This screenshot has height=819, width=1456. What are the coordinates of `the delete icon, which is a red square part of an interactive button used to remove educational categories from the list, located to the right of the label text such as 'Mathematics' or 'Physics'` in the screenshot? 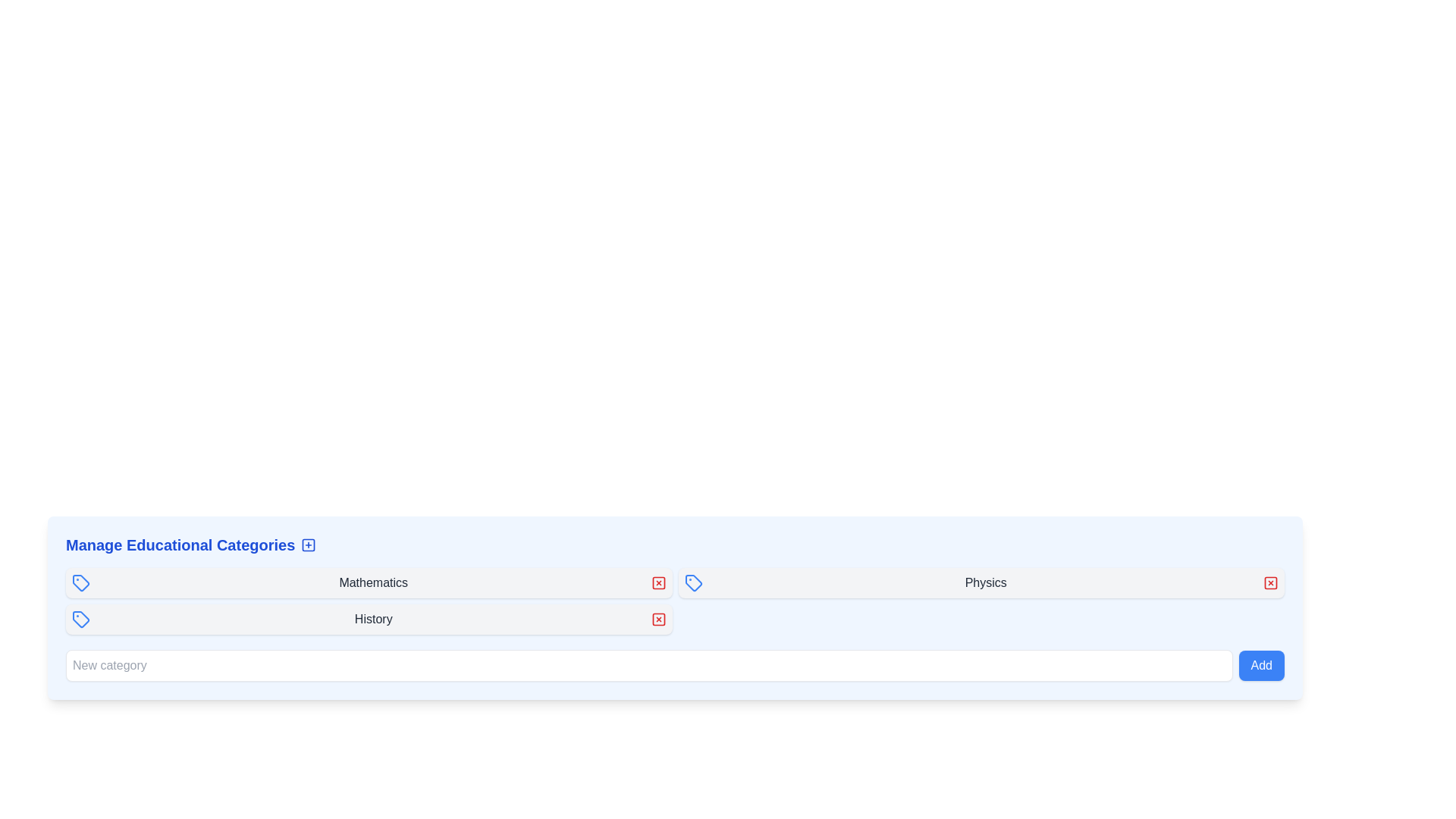 It's located at (658, 620).